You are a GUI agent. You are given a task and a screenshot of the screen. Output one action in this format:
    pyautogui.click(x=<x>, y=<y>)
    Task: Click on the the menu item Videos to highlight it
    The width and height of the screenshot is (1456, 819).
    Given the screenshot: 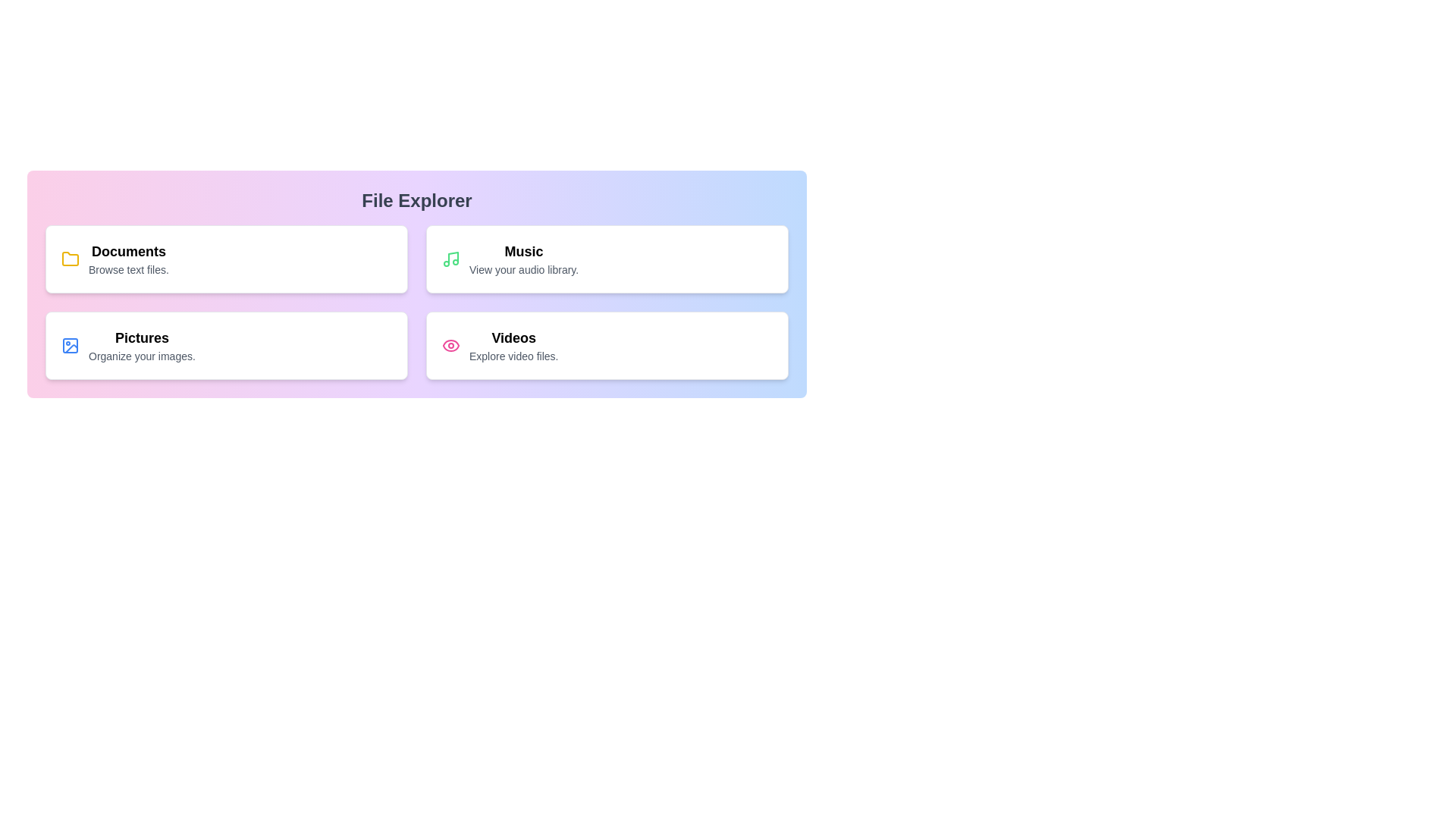 What is the action you would take?
    pyautogui.click(x=607, y=345)
    